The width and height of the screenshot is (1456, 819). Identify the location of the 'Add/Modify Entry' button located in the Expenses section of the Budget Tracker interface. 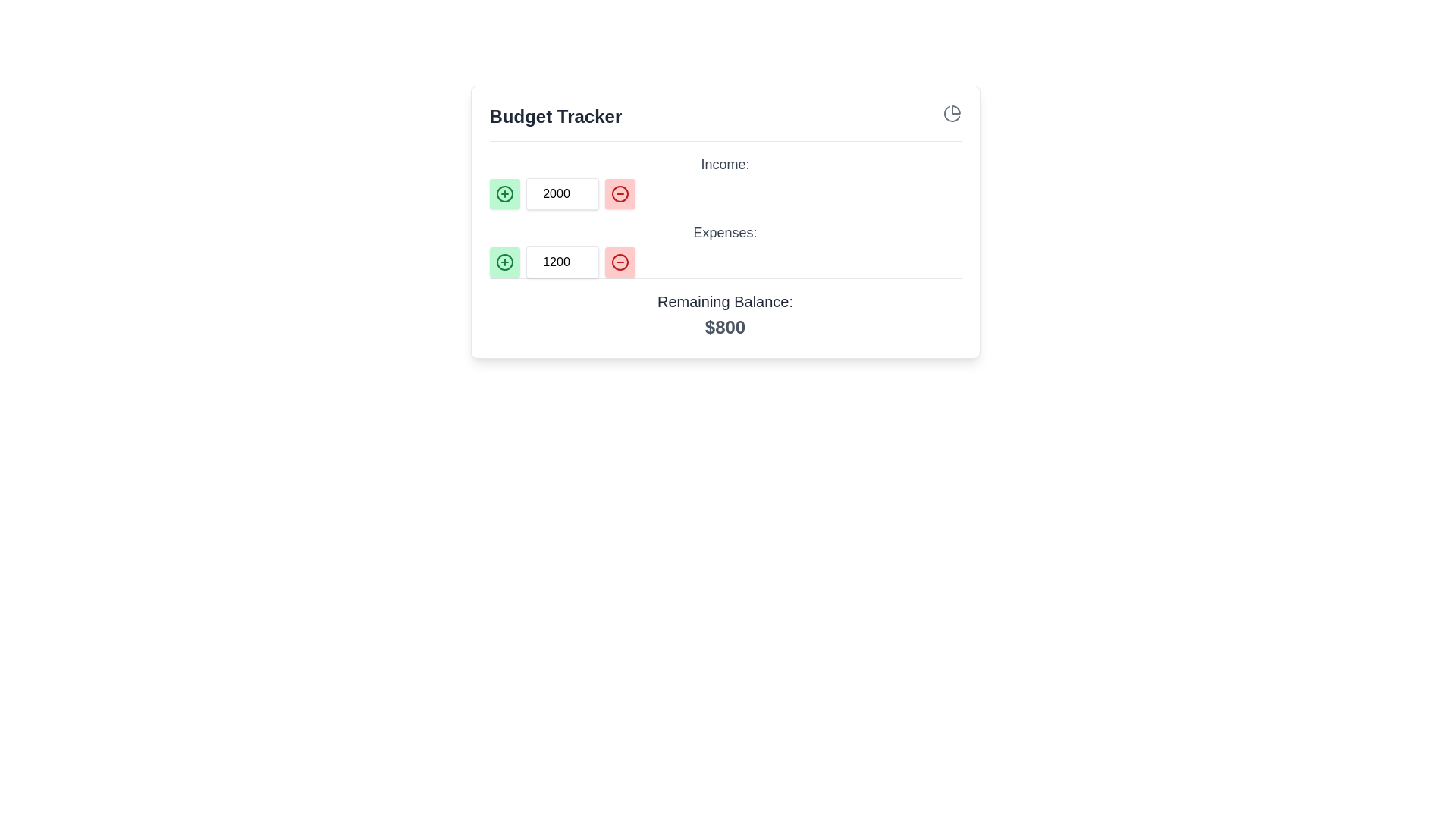
(504, 262).